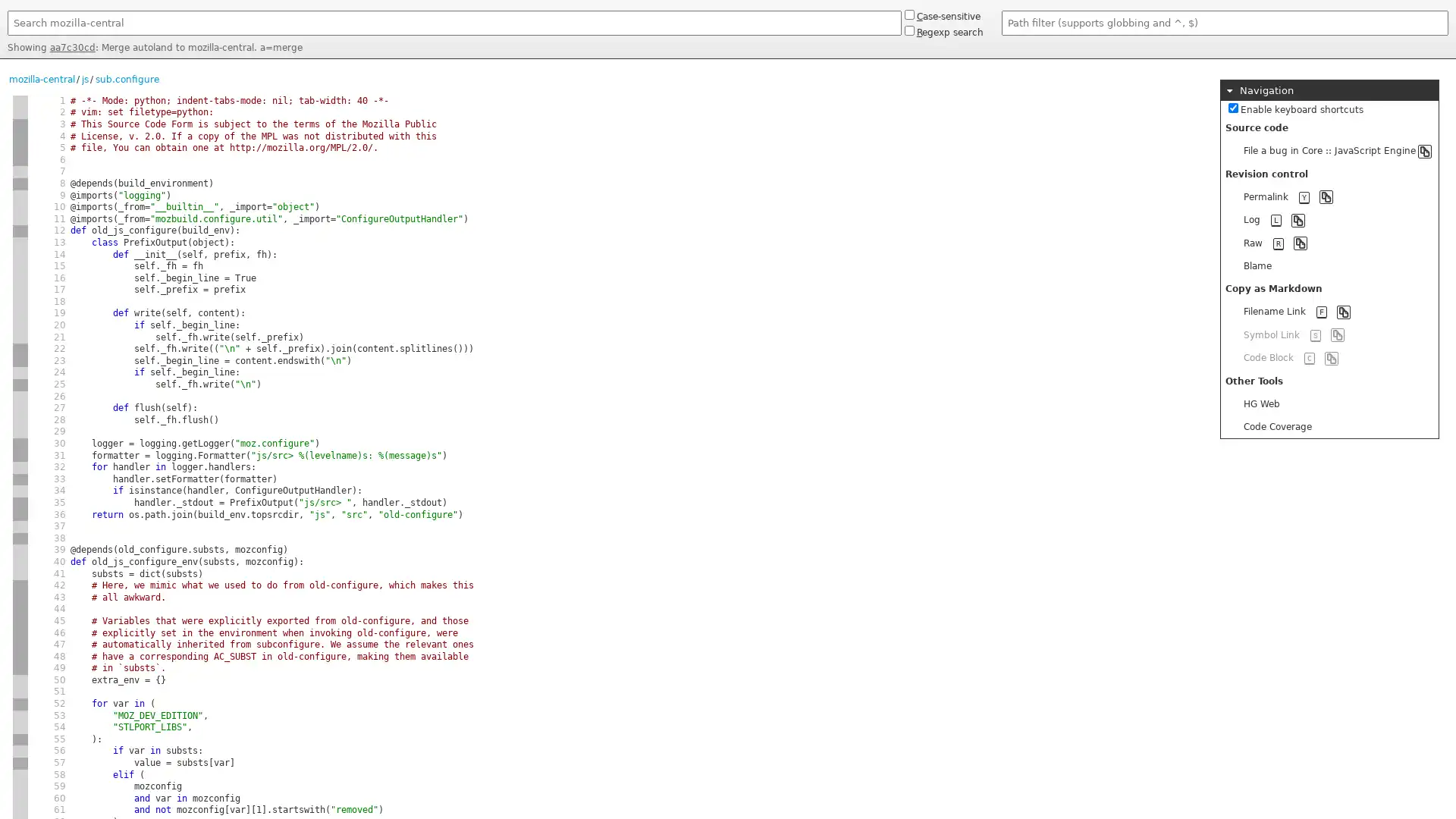 Image resolution: width=1456 pixels, height=819 pixels. I want to click on new hash 6, so click(20, 373).